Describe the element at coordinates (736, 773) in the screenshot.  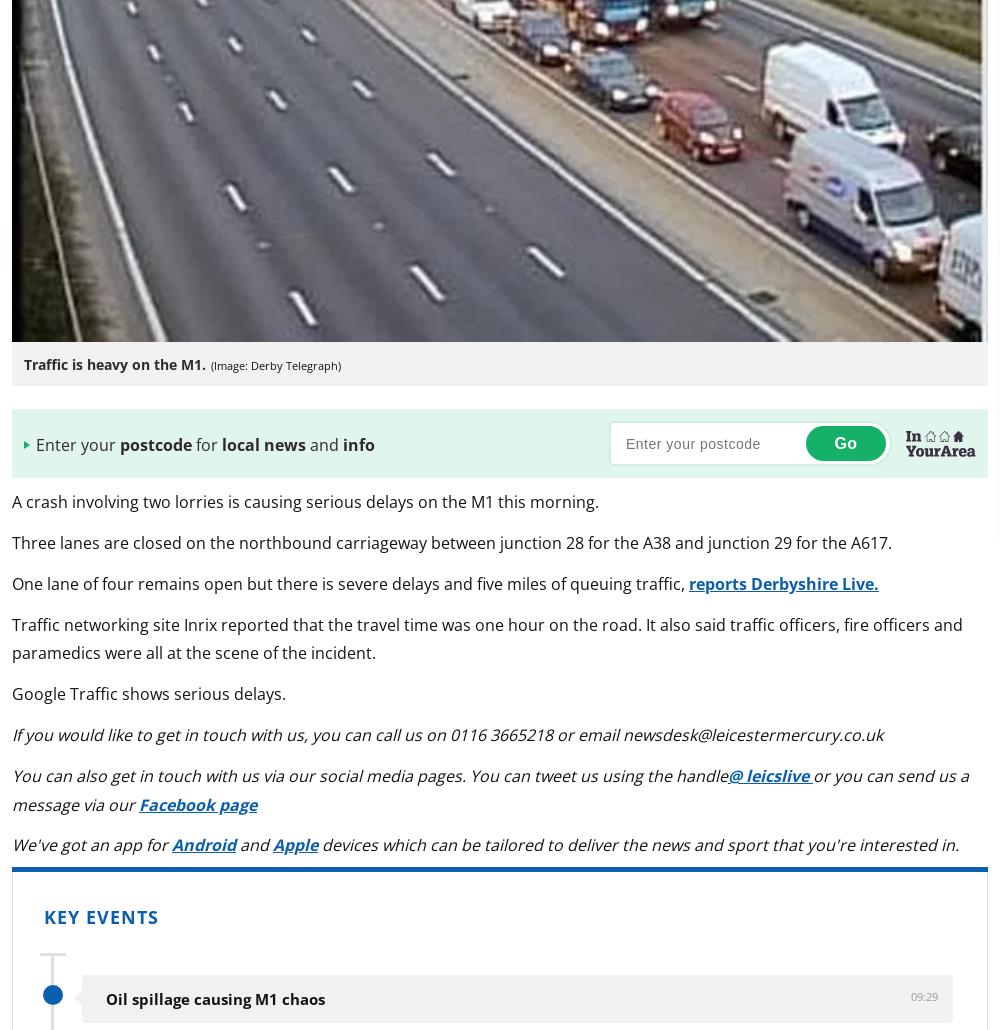
I see `'@'` at that location.